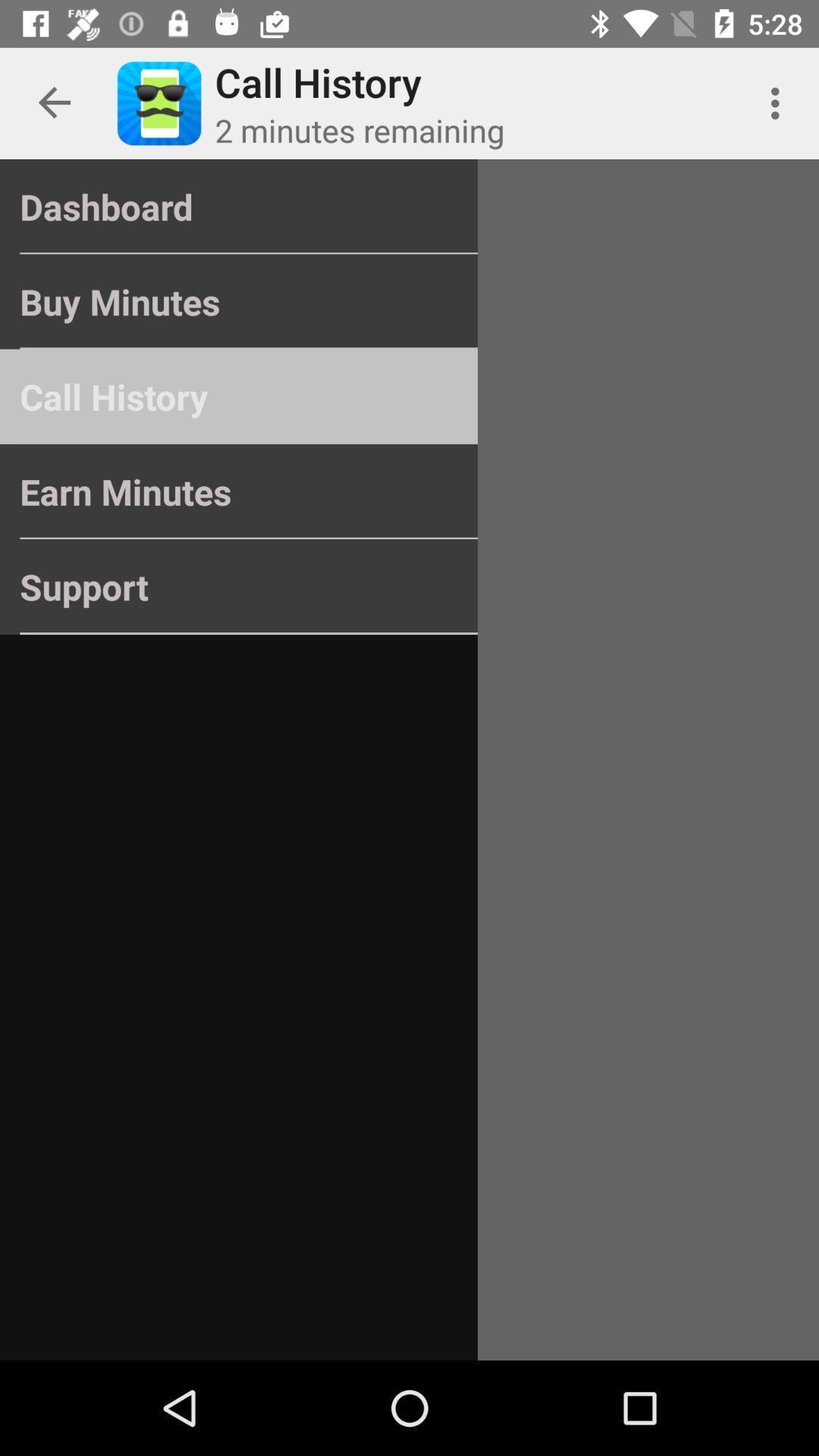  What do you see at coordinates (239, 302) in the screenshot?
I see `the item below dashboard icon` at bounding box center [239, 302].